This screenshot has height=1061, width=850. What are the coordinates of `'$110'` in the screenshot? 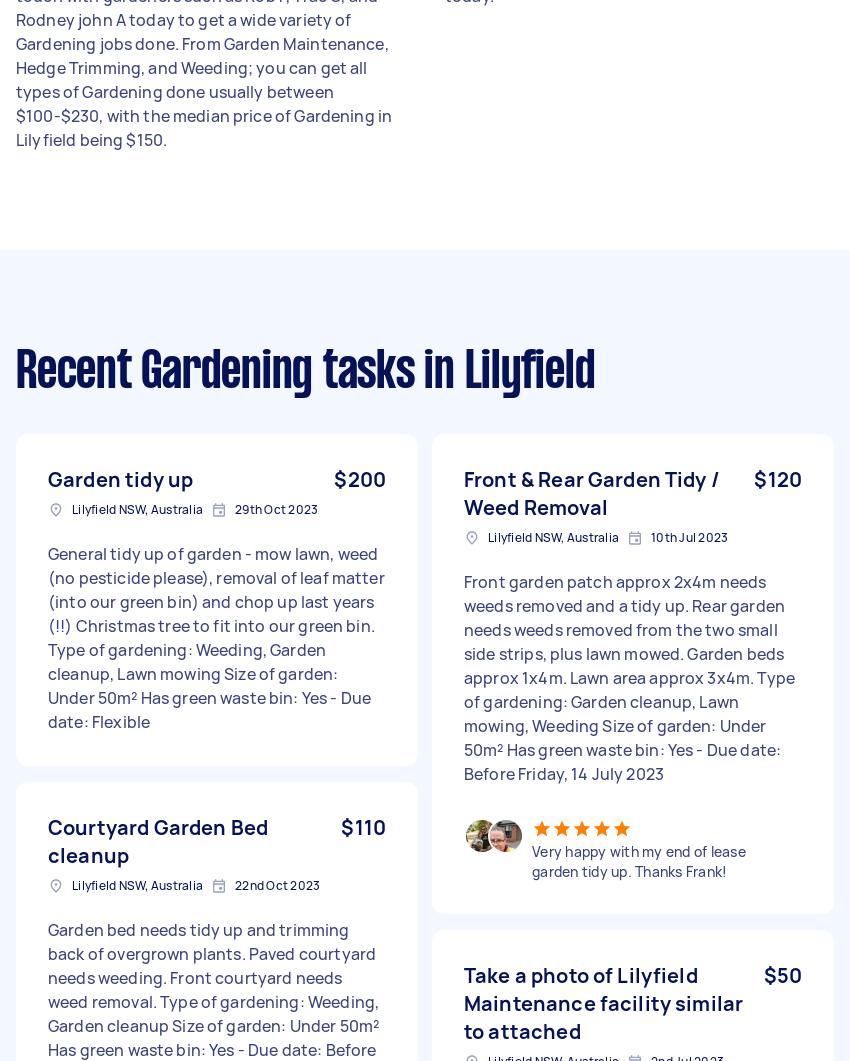 It's located at (362, 827).